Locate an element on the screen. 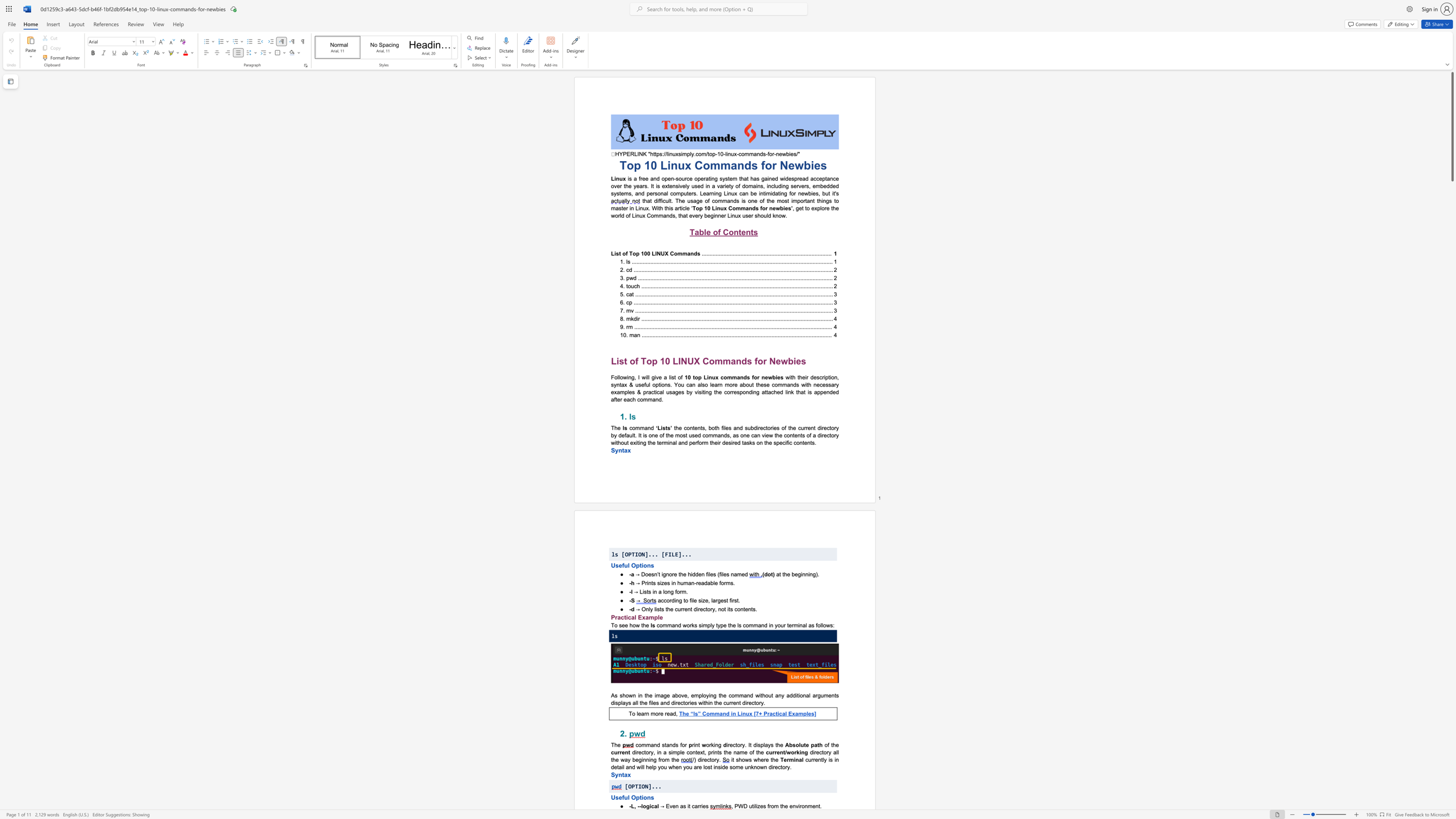 This screenshot has height=819, width=1456. the 2th character "e" in the text is located at coordinates (817, 164).